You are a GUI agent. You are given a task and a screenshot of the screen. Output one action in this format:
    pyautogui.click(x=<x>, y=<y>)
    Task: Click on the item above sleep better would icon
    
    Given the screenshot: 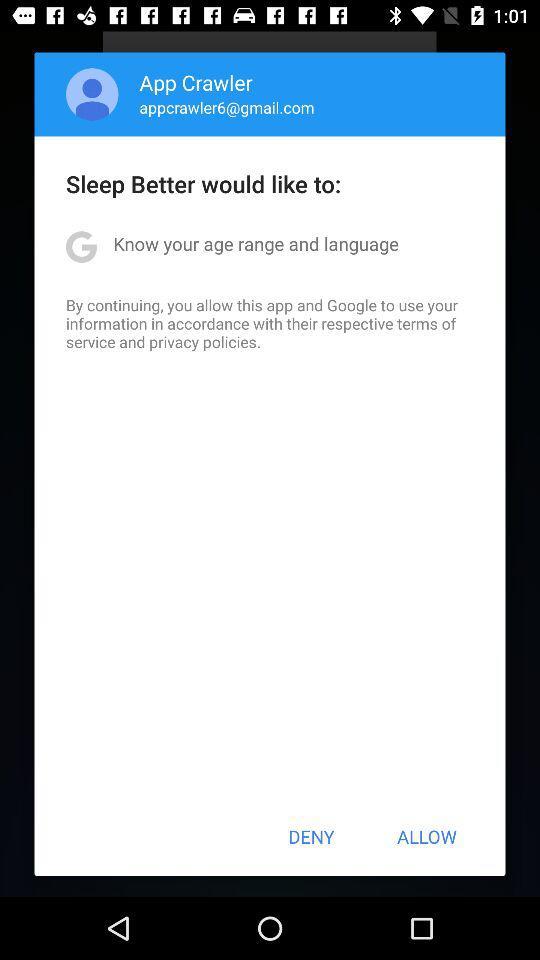 What is the action you would take?
    pyautogui.click(x=226, y=107)
    